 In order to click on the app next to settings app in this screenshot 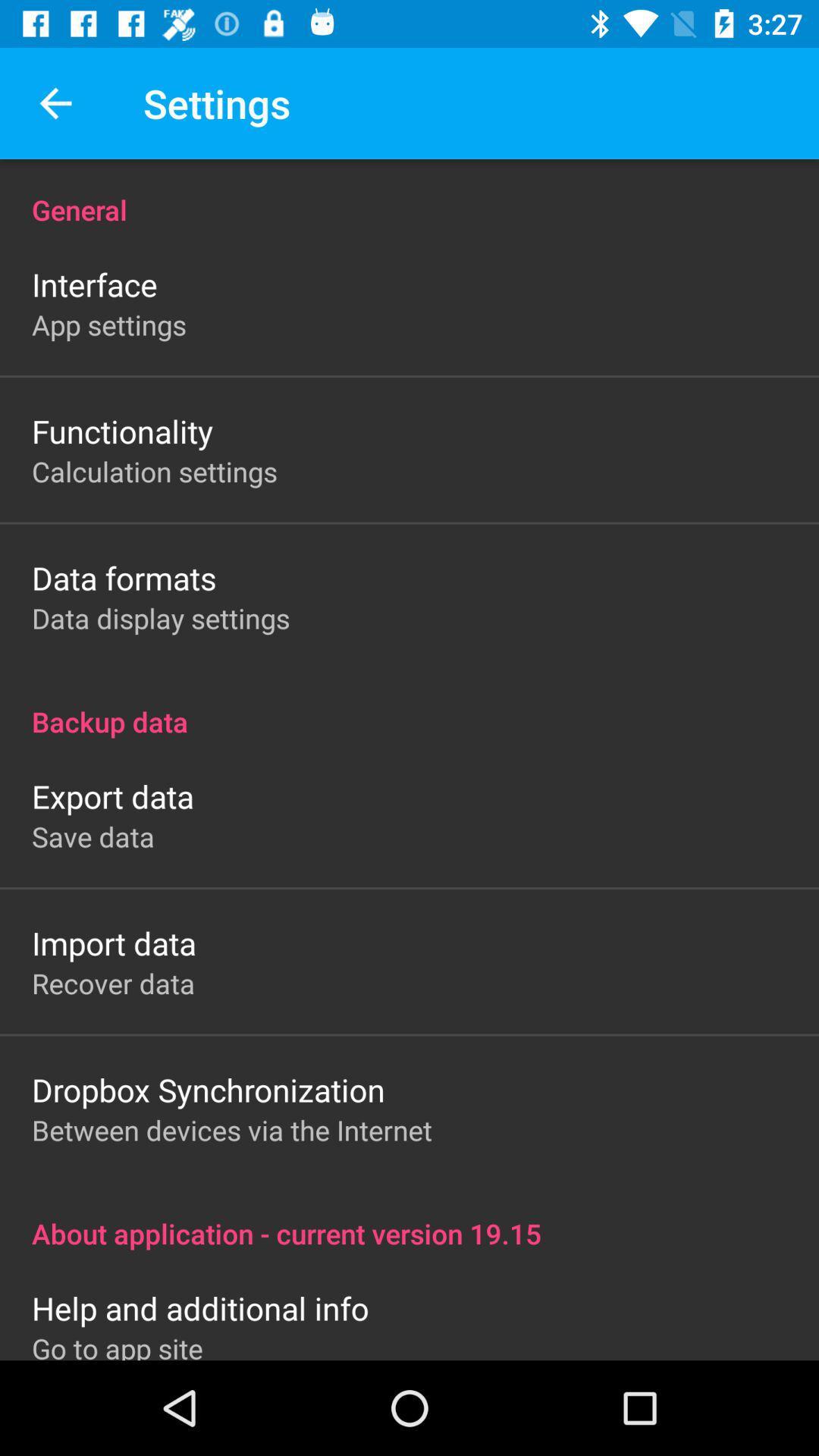, I will do `click(55, 102)`.